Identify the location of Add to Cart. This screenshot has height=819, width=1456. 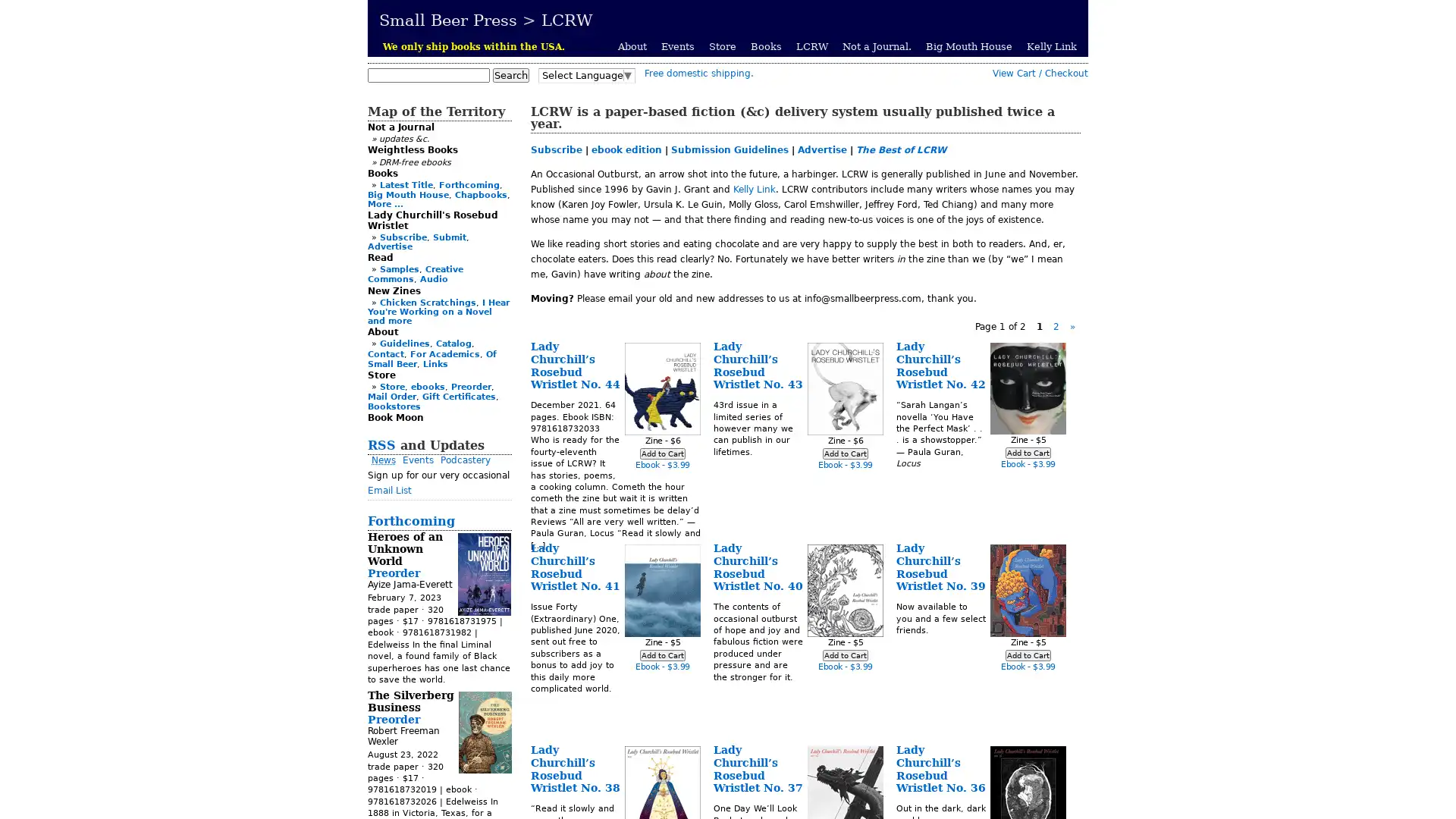
(662, 654).